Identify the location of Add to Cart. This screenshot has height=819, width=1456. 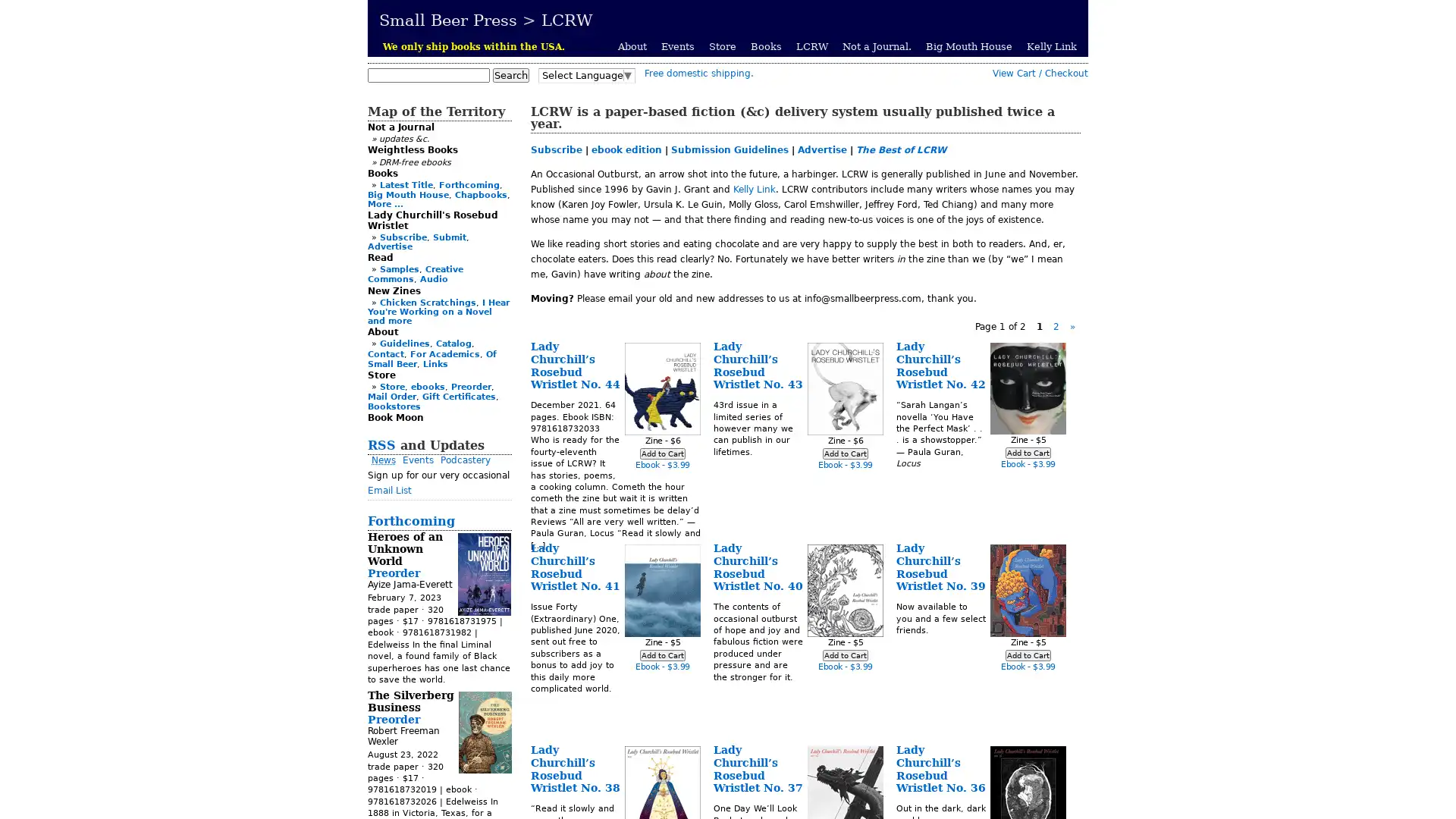
(662, 654).